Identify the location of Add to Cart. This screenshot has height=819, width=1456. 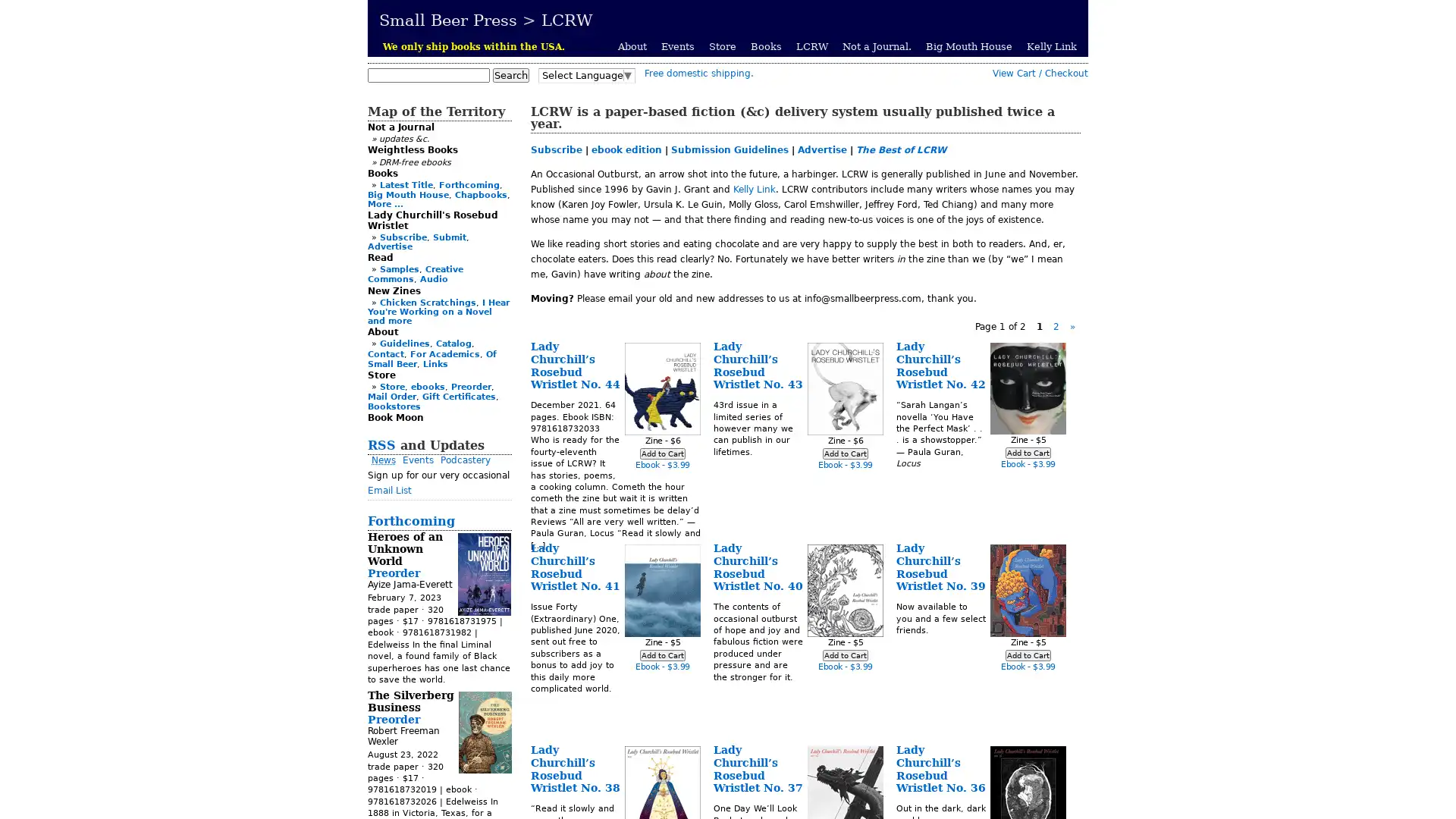
(662, 654).